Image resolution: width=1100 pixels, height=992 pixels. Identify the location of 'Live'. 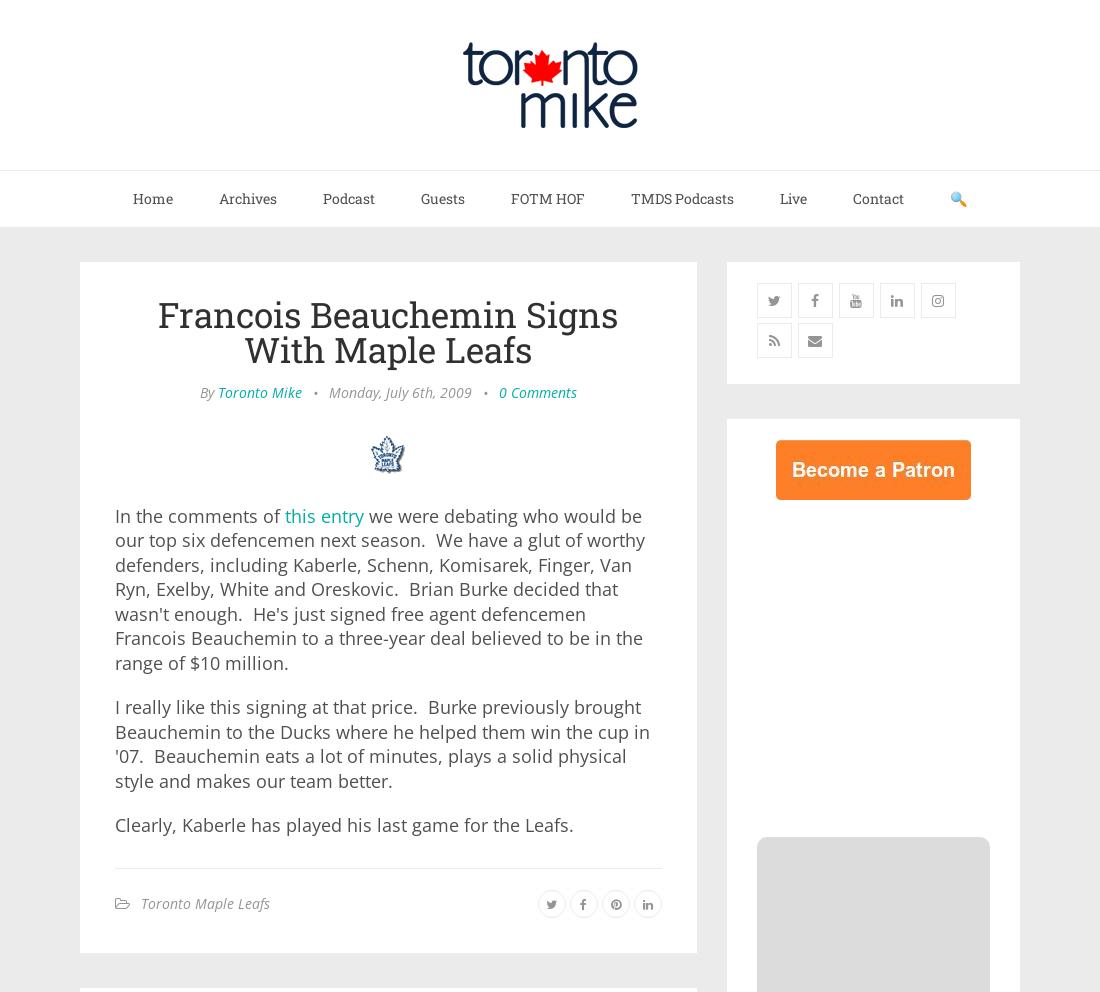
(793, 197).